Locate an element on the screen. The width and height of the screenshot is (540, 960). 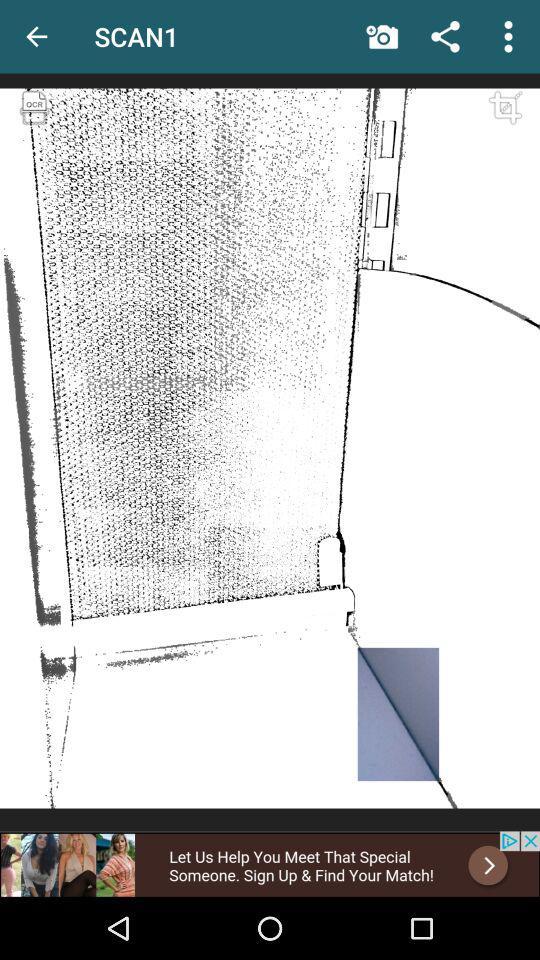
the square icon which is on top right is located at coordinates (500, 127).